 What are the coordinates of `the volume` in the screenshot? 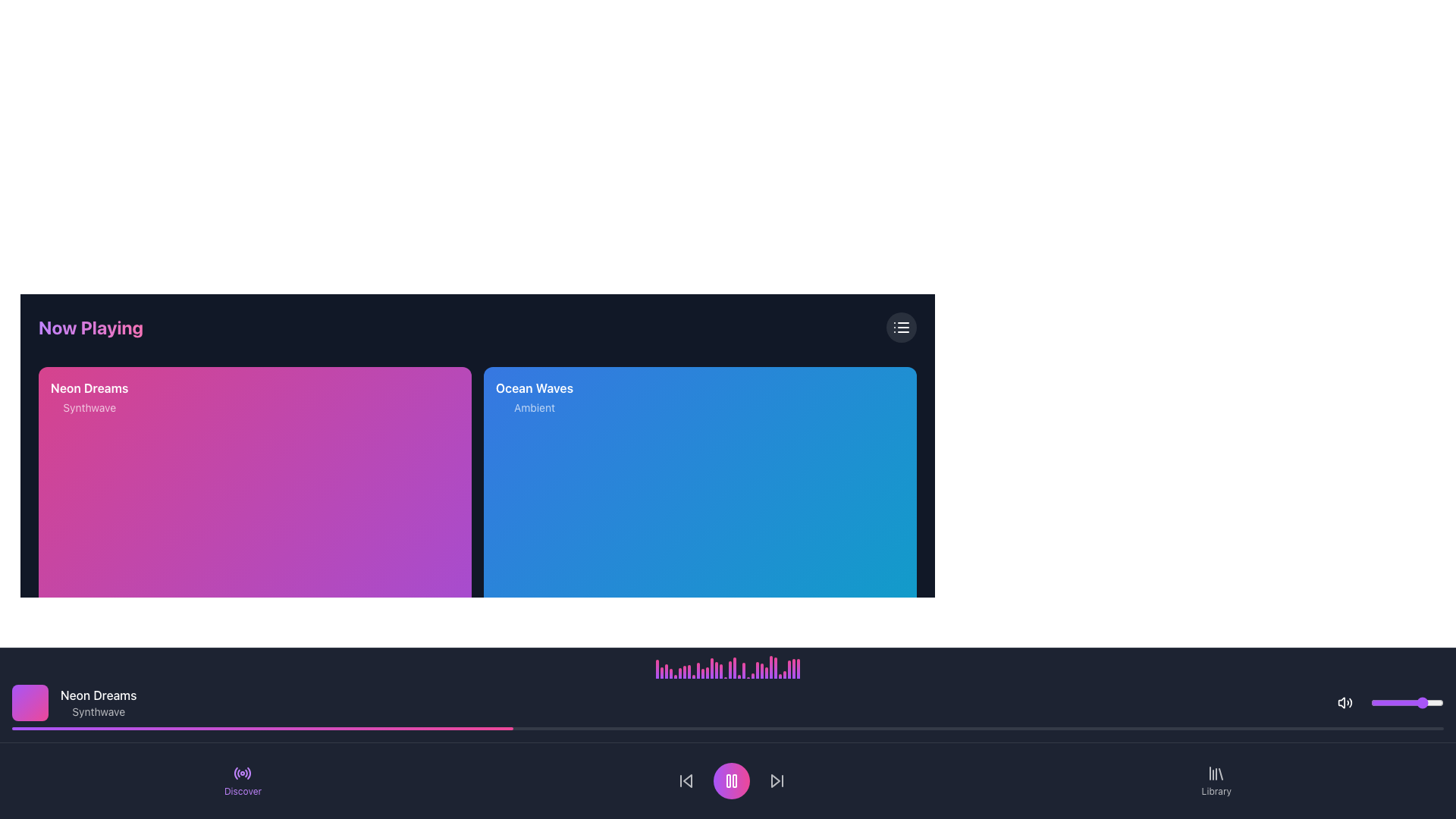 It's located at (1412, 702).